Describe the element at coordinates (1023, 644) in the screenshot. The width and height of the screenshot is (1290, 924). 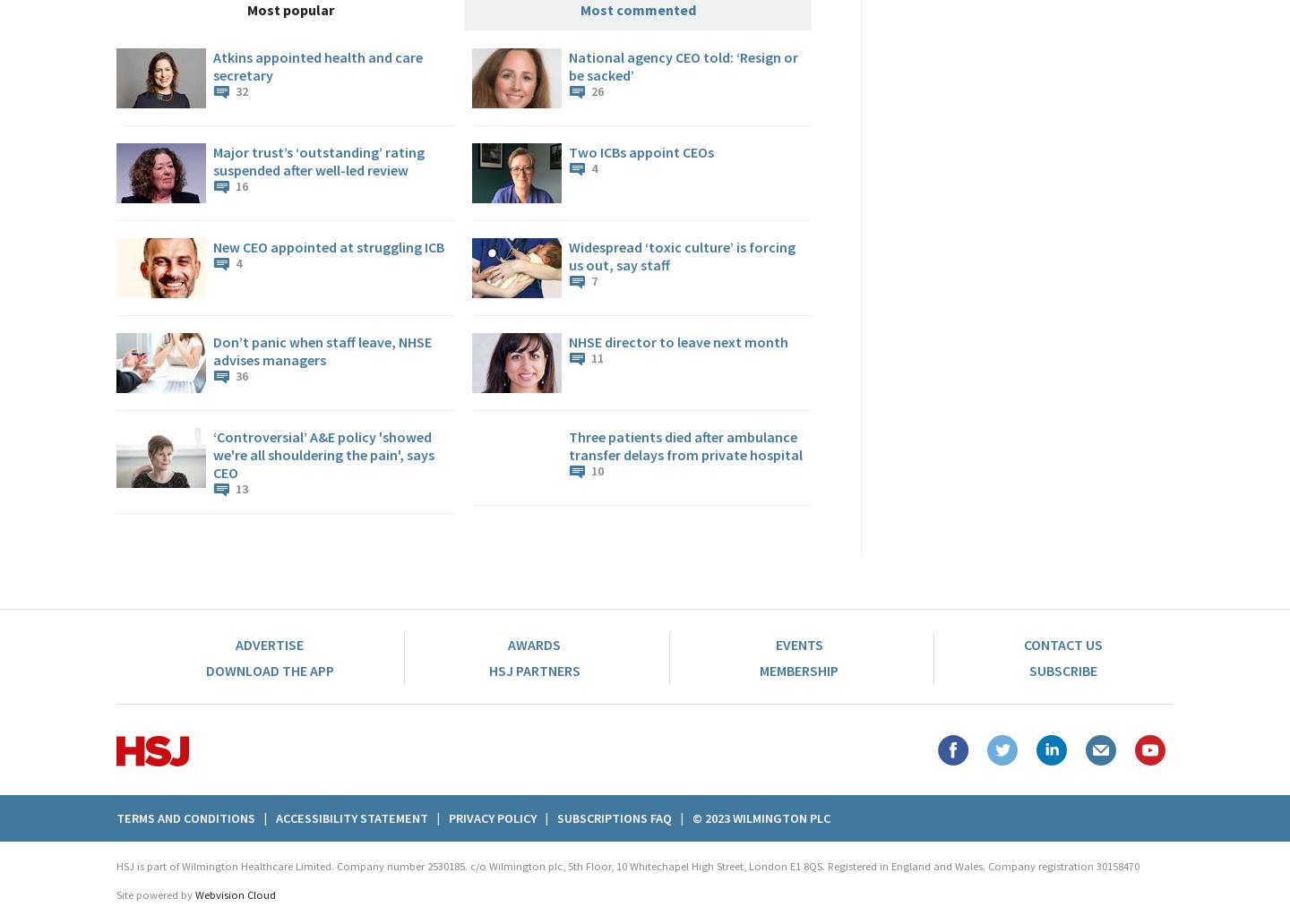
I see `'Contact Us'` at that location.